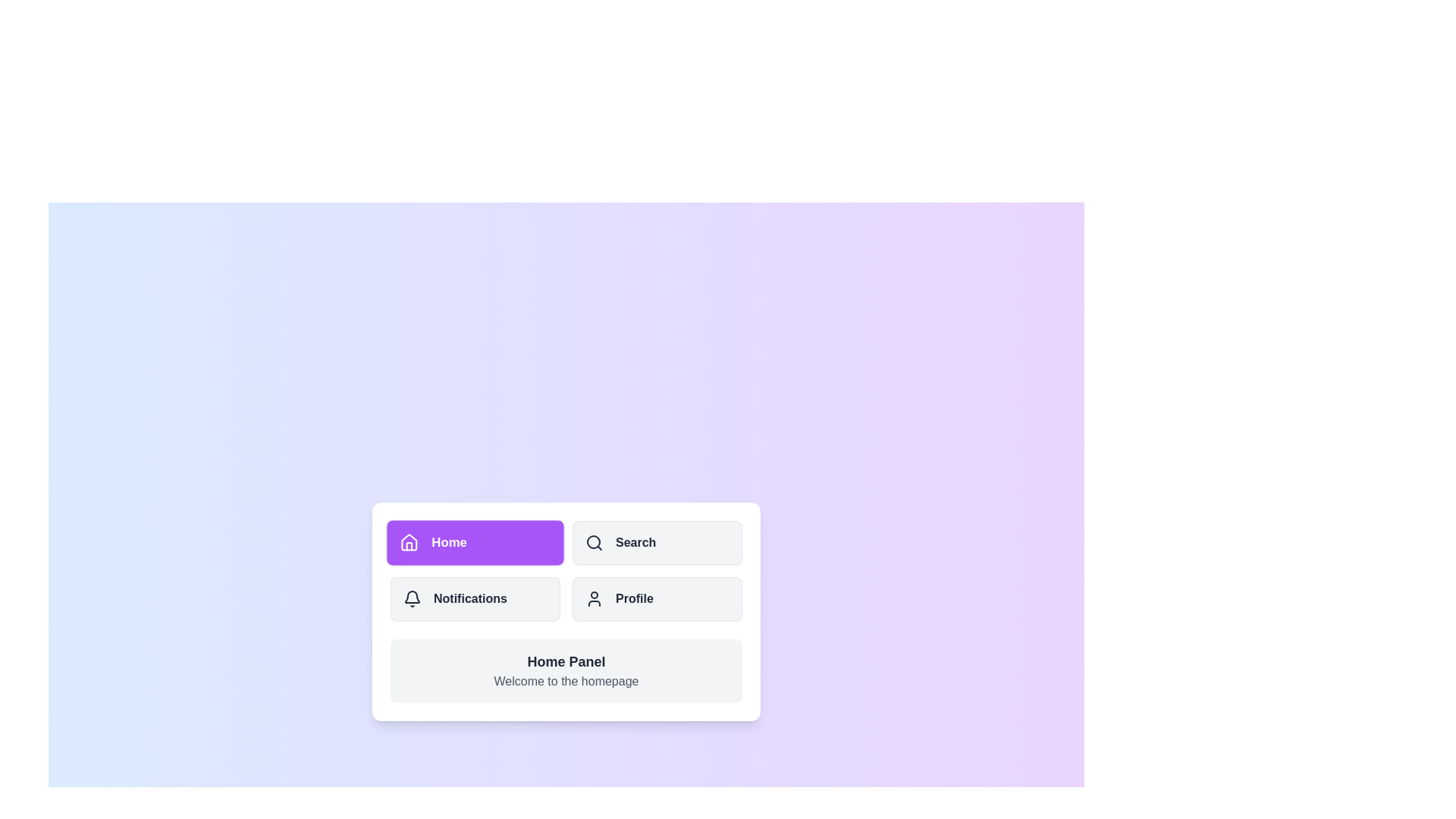 This screenshot has width=1456, height=819. I want to click on the Profile tab in the navigation menu, so click(657, 598).